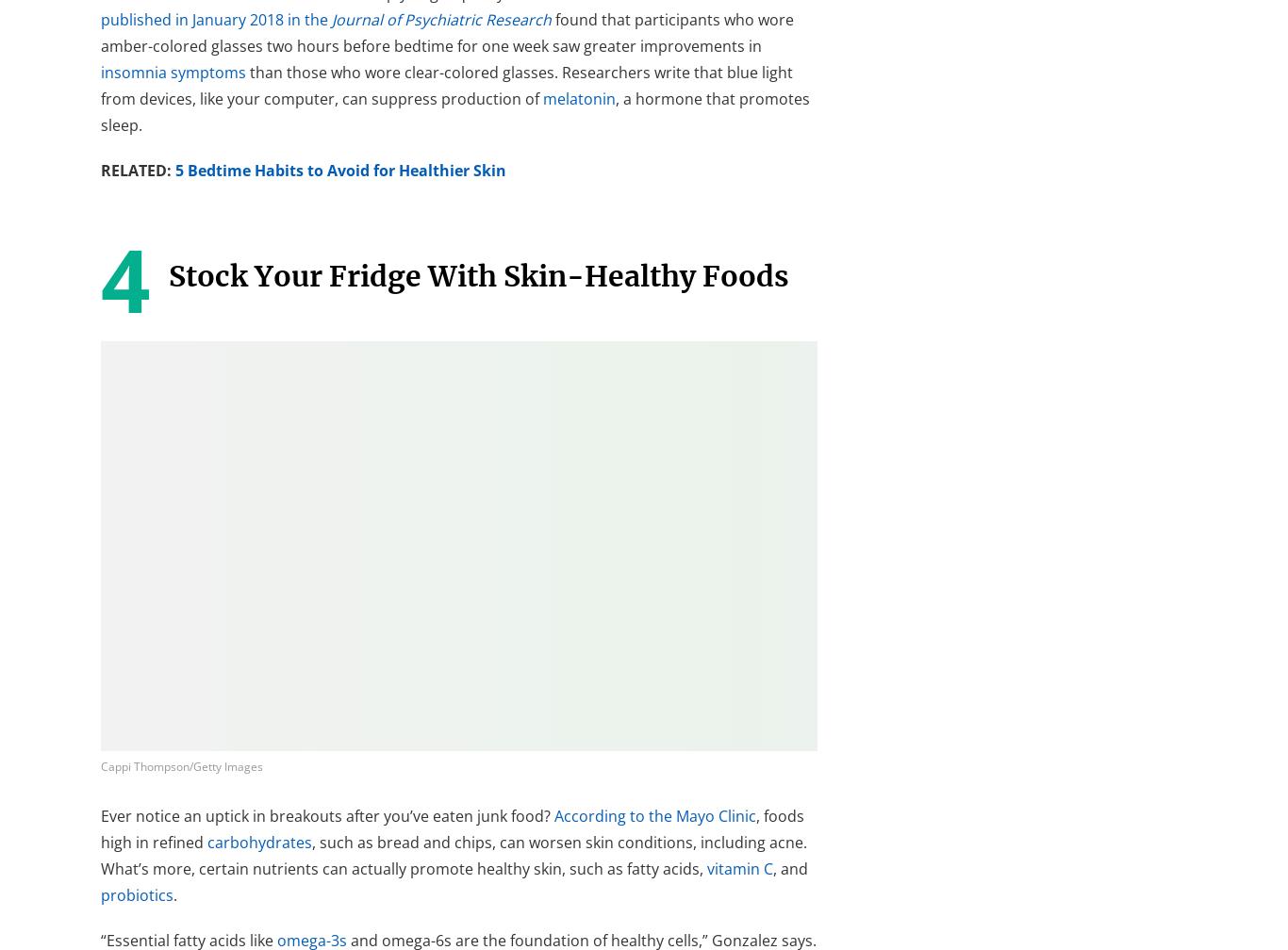  Describe the element at coordinates (206, 841) in the screenshot. I see `'carbohydrates'` at that location.